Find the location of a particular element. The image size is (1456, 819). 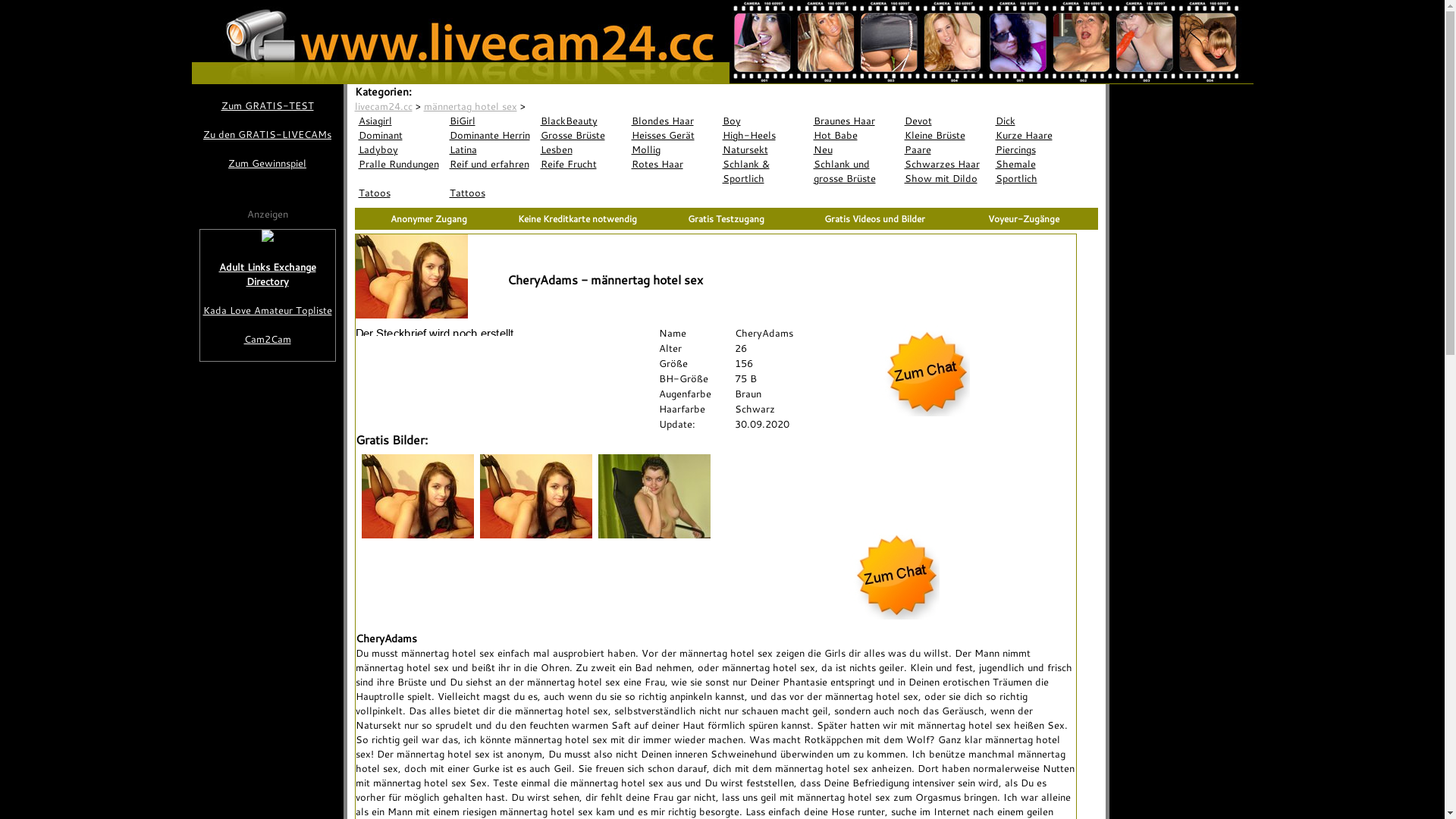

'Neu' is located at coordinates (855, 149).